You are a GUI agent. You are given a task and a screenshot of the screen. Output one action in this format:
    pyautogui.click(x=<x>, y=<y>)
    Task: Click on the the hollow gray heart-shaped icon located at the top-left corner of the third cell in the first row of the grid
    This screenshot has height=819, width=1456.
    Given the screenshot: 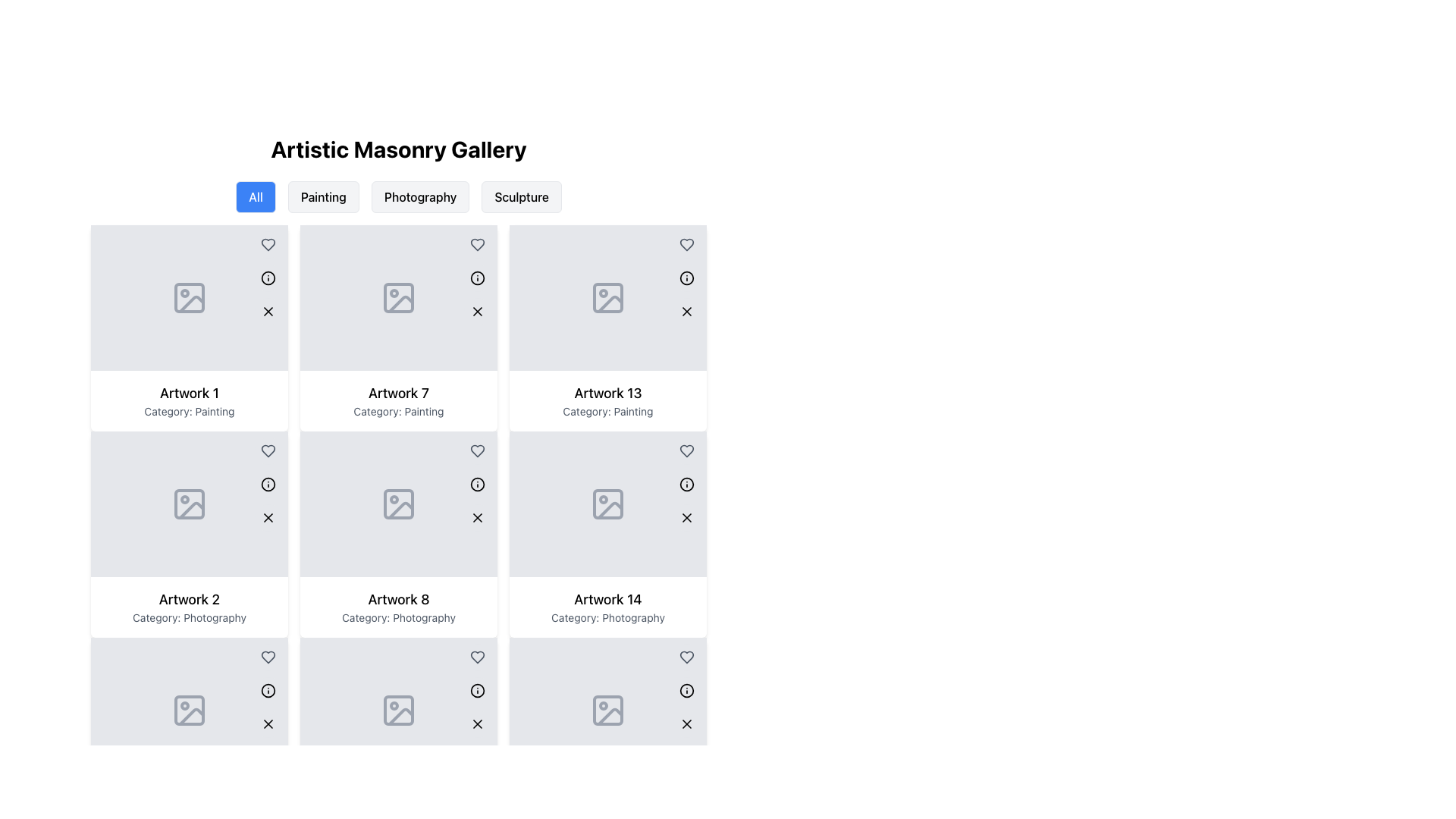 What is the action you would take?
    pyautogui.click(x=686, y=244)
    